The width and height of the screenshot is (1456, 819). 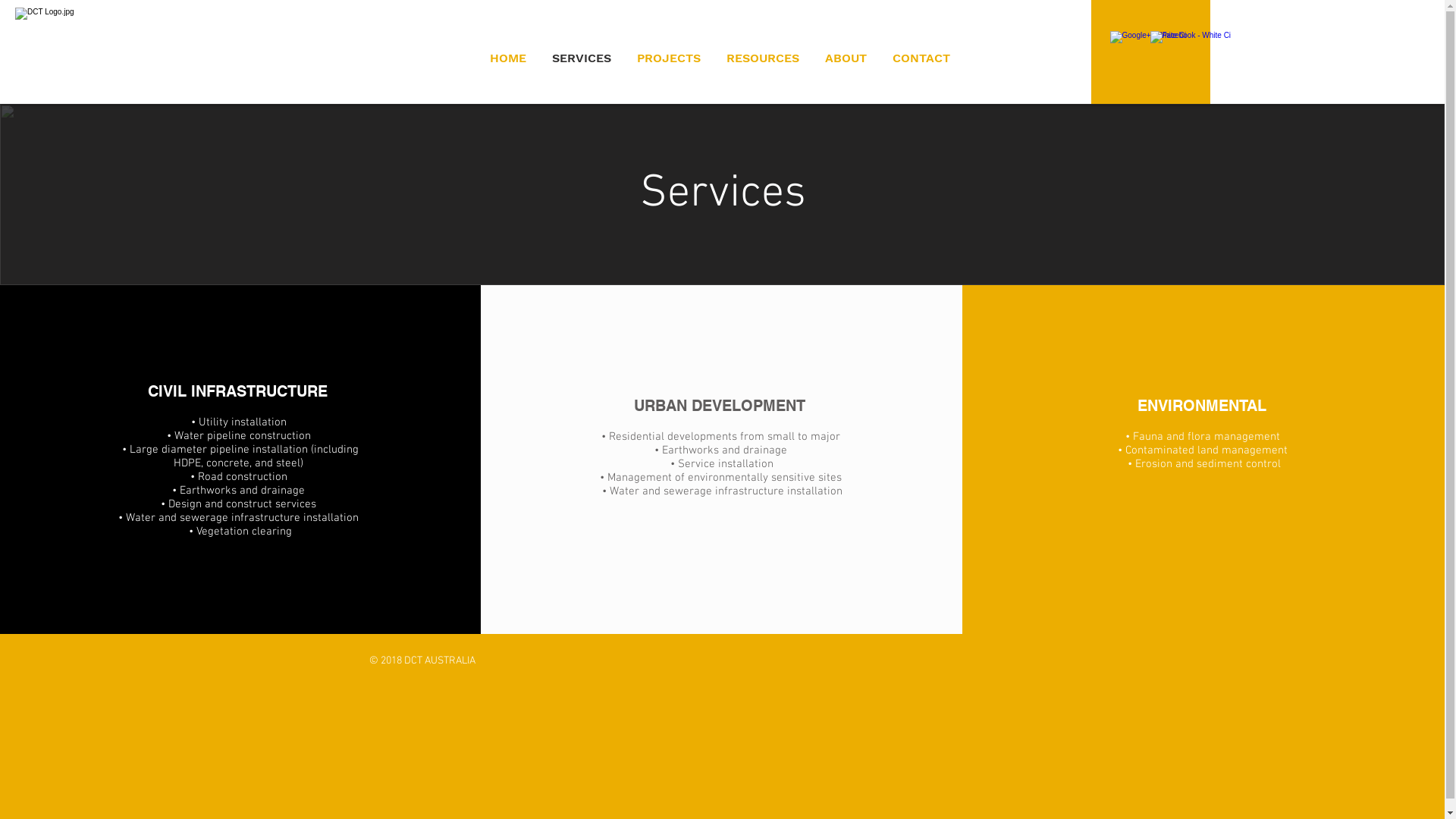 What do you see at coordinates (668, 57) in the screenshot?
I see `'PROJECTS'` at bounding box center [668, 57].